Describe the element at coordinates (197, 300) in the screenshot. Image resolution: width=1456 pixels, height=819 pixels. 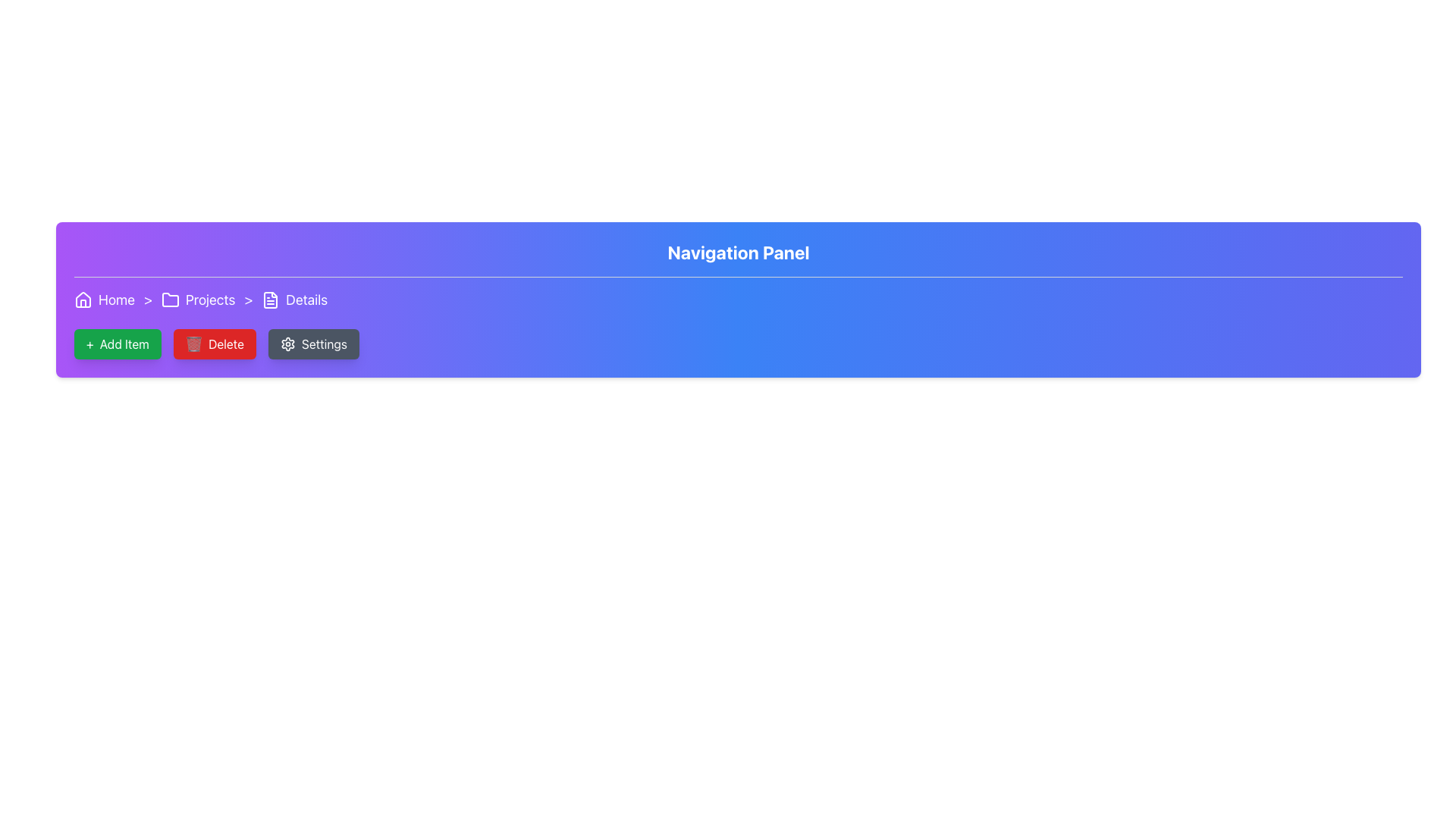
I see `the breadcrumb label with the text 'Projects'` at that location.